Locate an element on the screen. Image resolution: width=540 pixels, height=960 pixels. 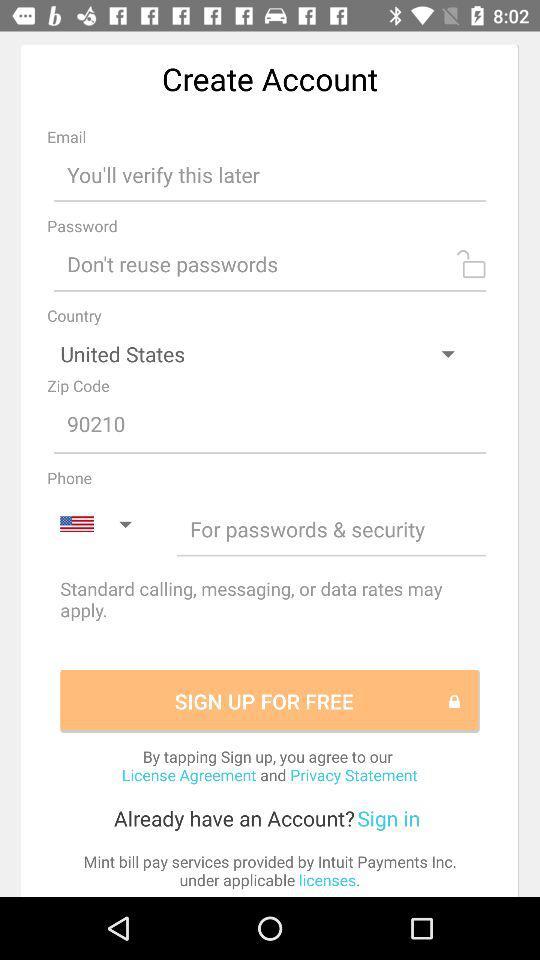
input email is located at coordinates (270, 173).